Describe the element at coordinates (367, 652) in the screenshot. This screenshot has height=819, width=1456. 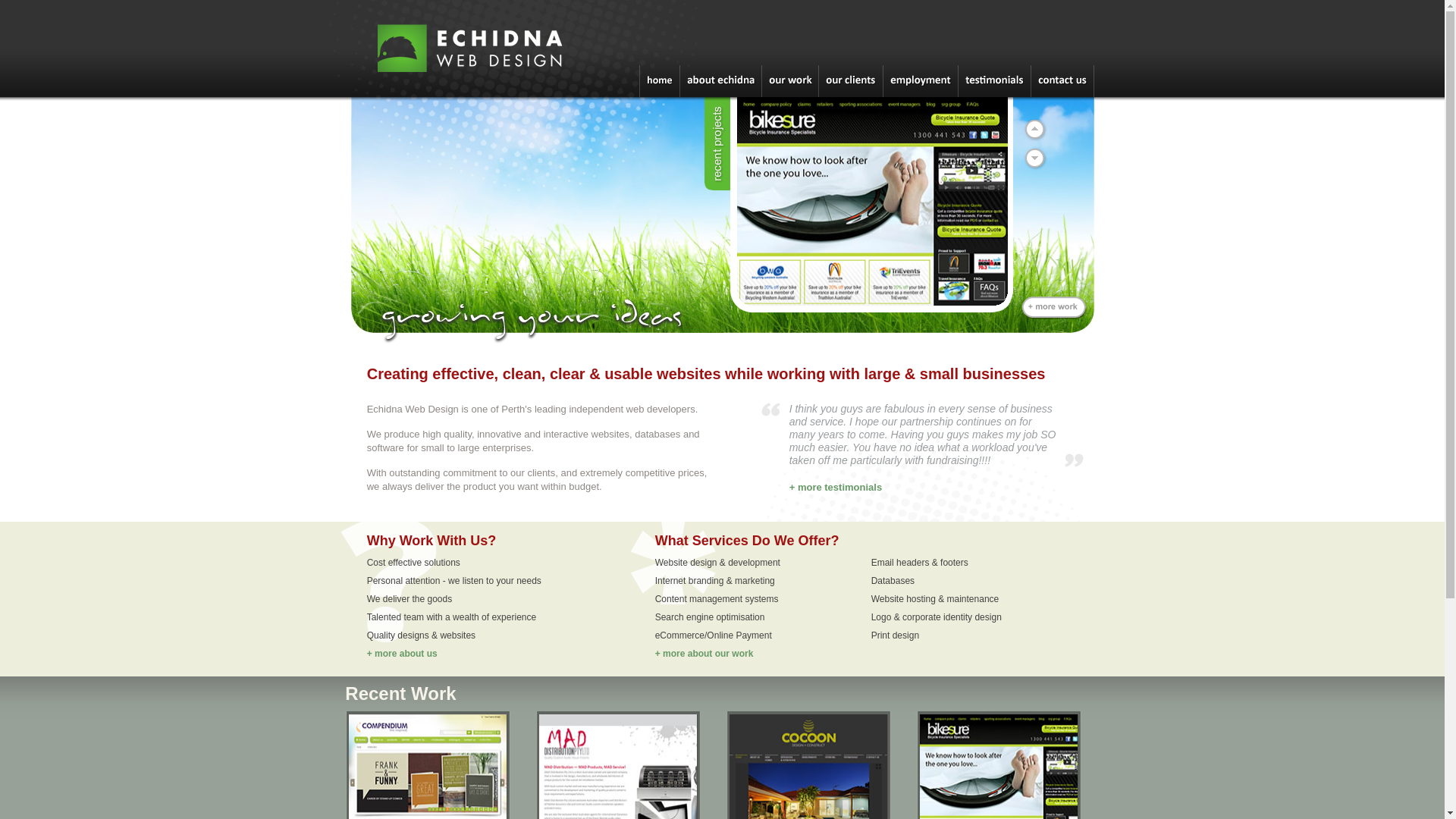
I see `'+ more about us'` at that location.